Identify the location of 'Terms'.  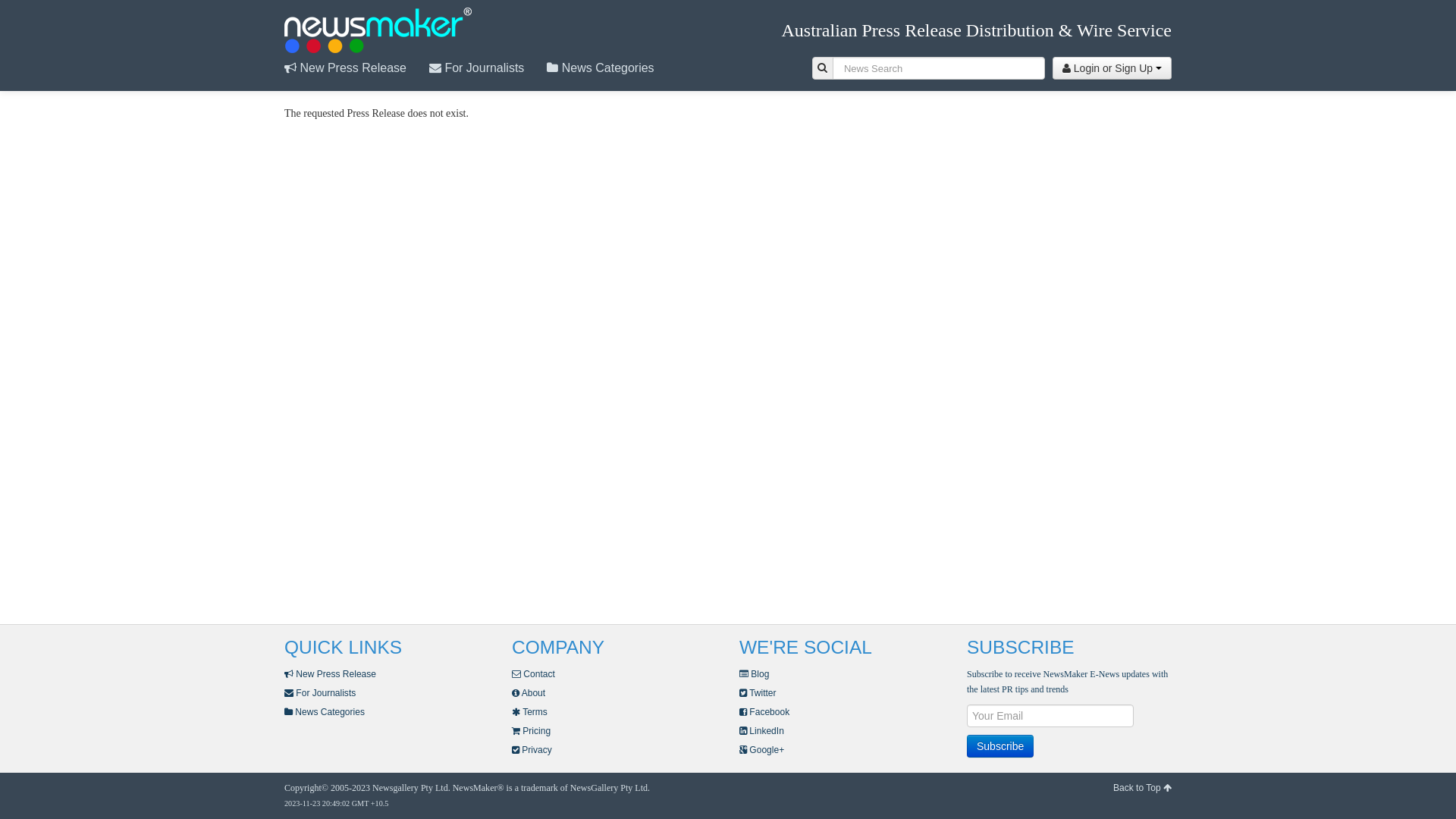
(512, 711).